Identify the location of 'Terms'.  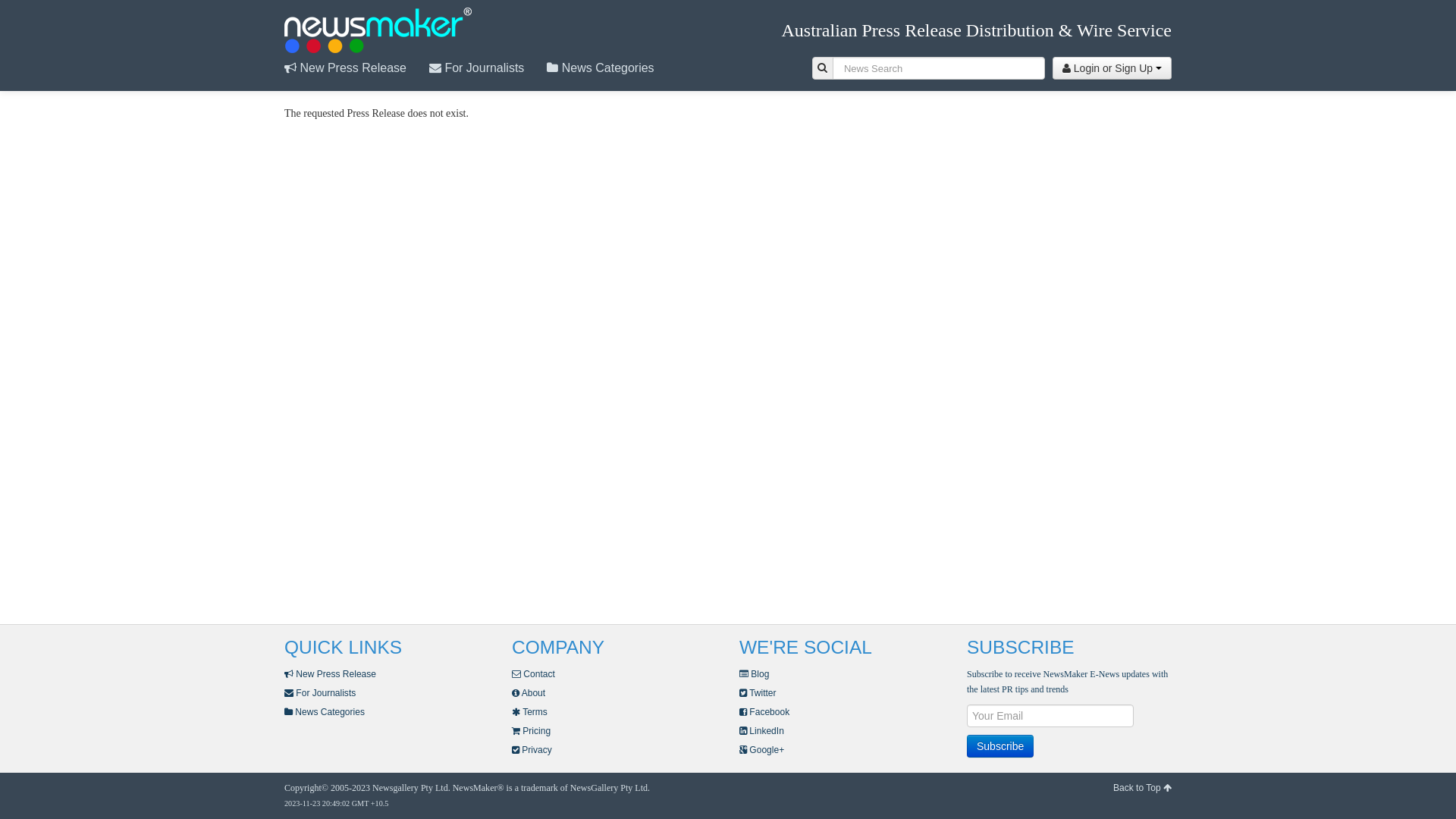
(512, 711).